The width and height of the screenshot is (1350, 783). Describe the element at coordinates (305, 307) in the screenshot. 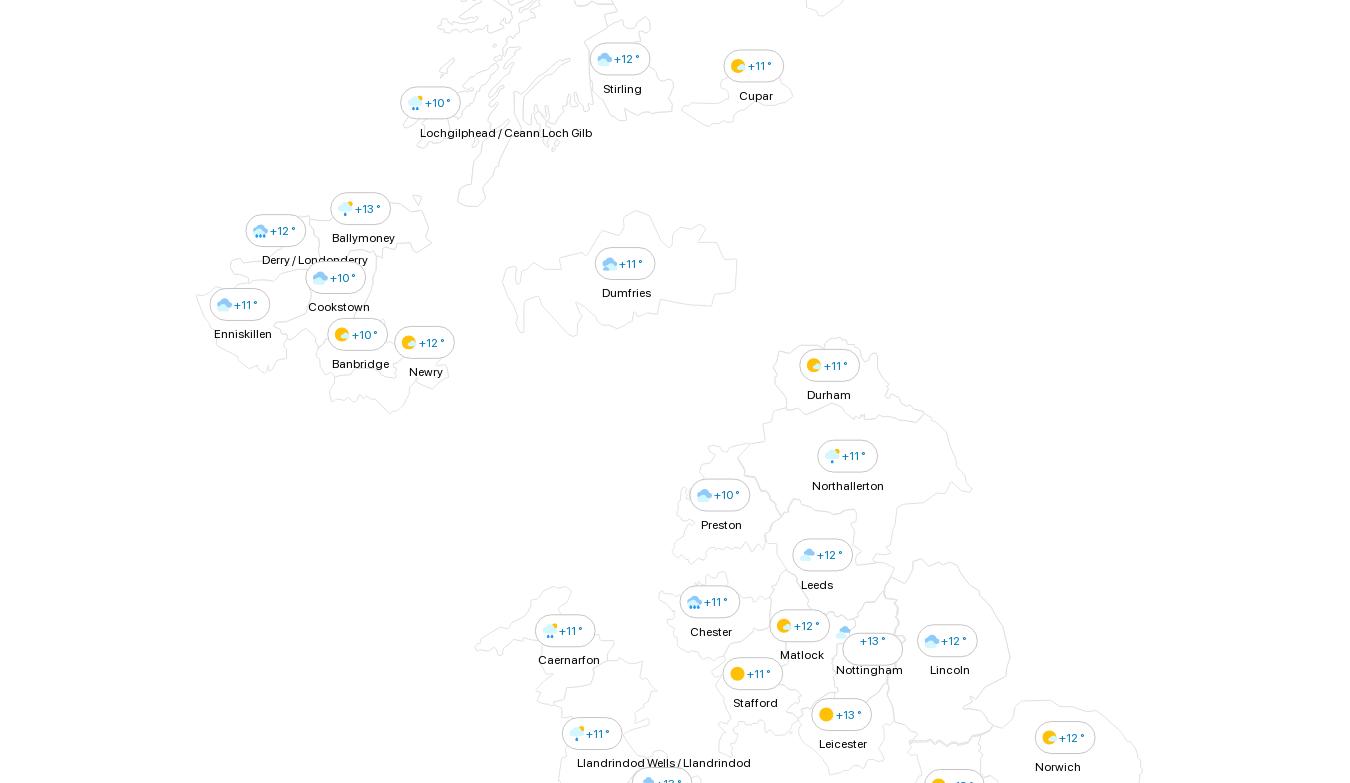

I see `'Cookstown'` at that location.